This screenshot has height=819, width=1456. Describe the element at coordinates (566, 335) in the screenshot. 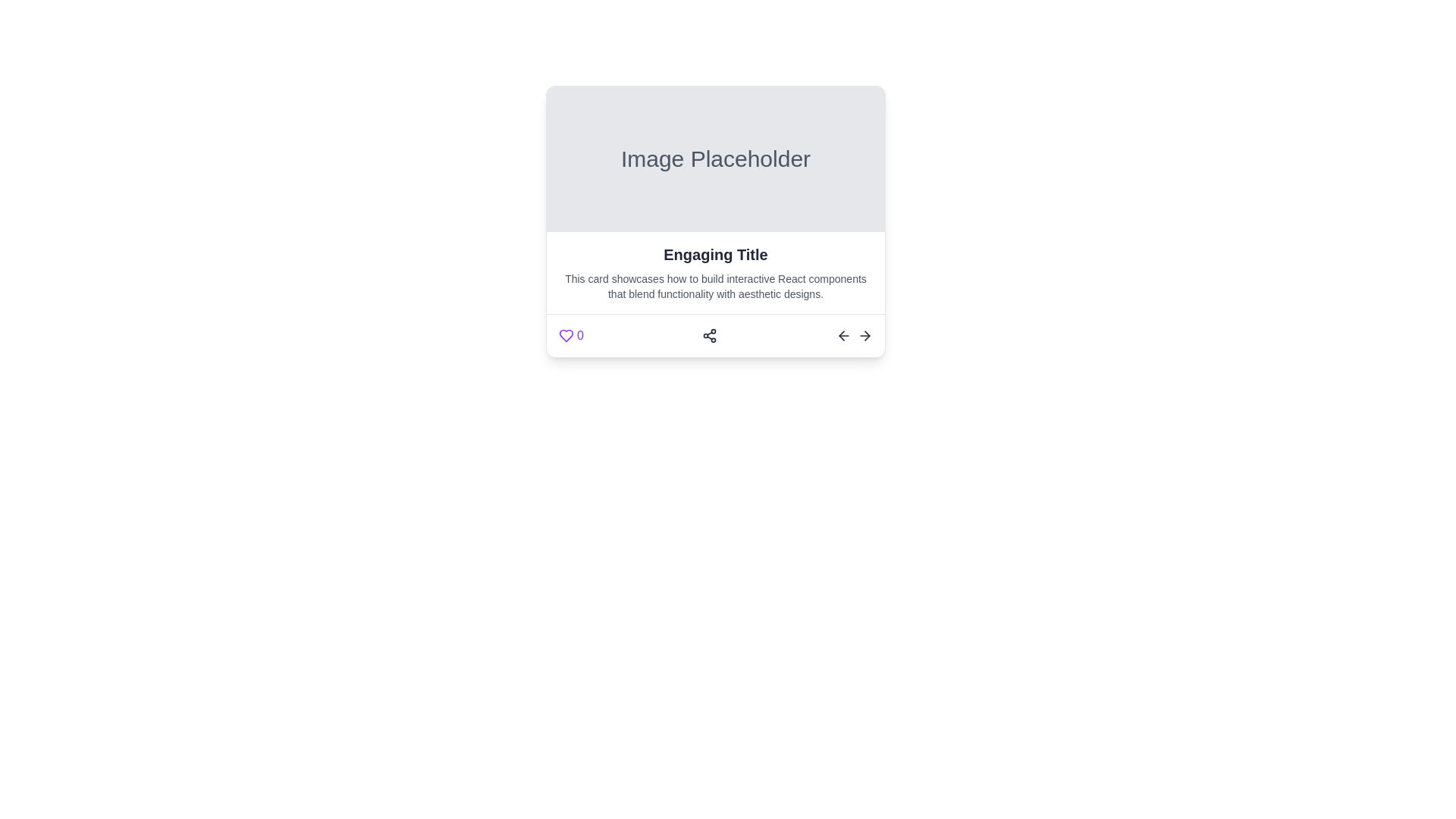

I see `the Heart icon located in the lower-left section of the card, adjacent to the numerical display ('0')` at that location.